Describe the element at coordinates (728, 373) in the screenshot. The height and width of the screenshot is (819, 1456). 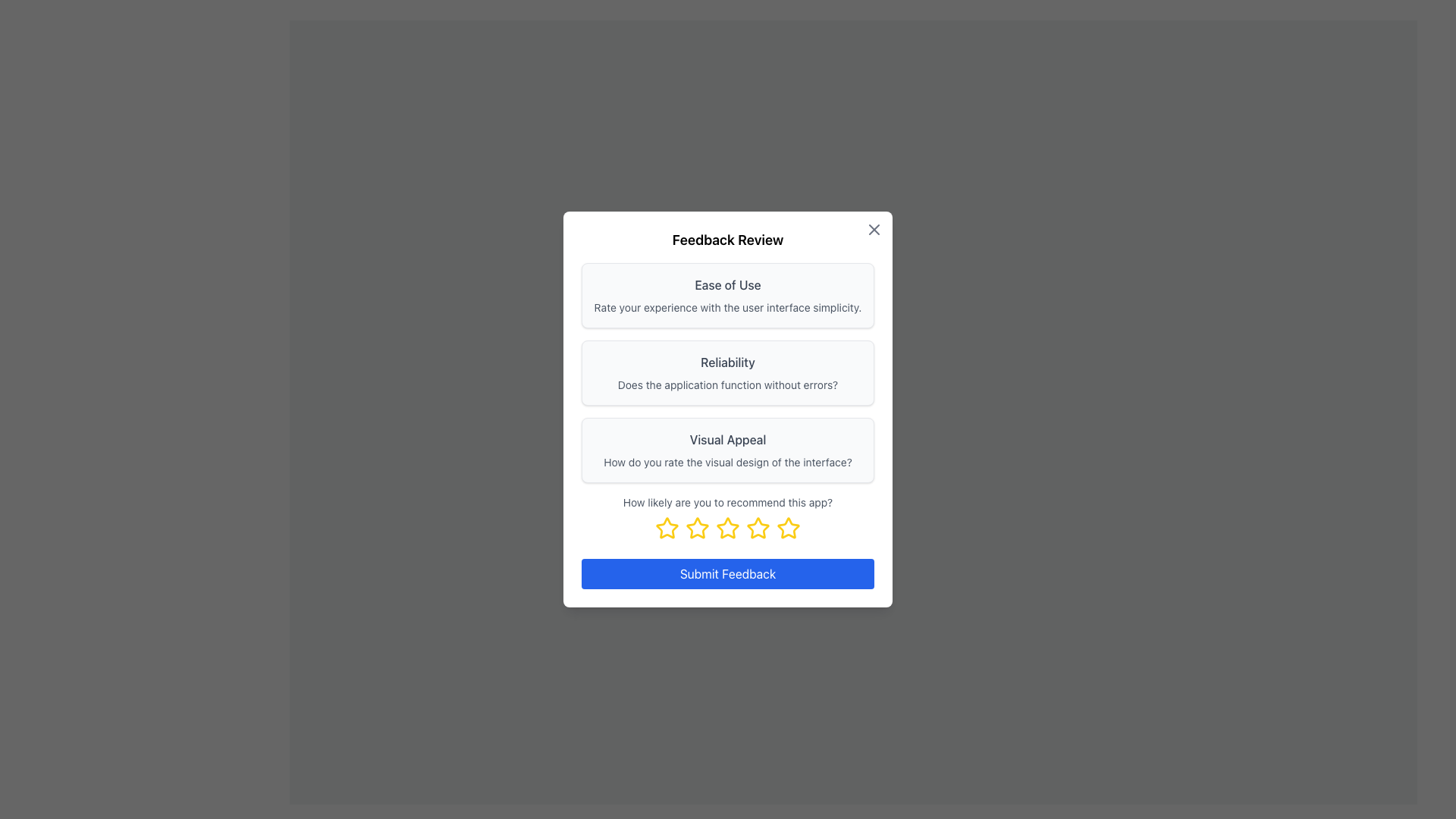
I see `the 'Reliability' static section, which provides a category title and an explanatory question about the application's performance, located in the middle of the dialog between 'Ease of Use' and 'Visual Appeal'` at that location.